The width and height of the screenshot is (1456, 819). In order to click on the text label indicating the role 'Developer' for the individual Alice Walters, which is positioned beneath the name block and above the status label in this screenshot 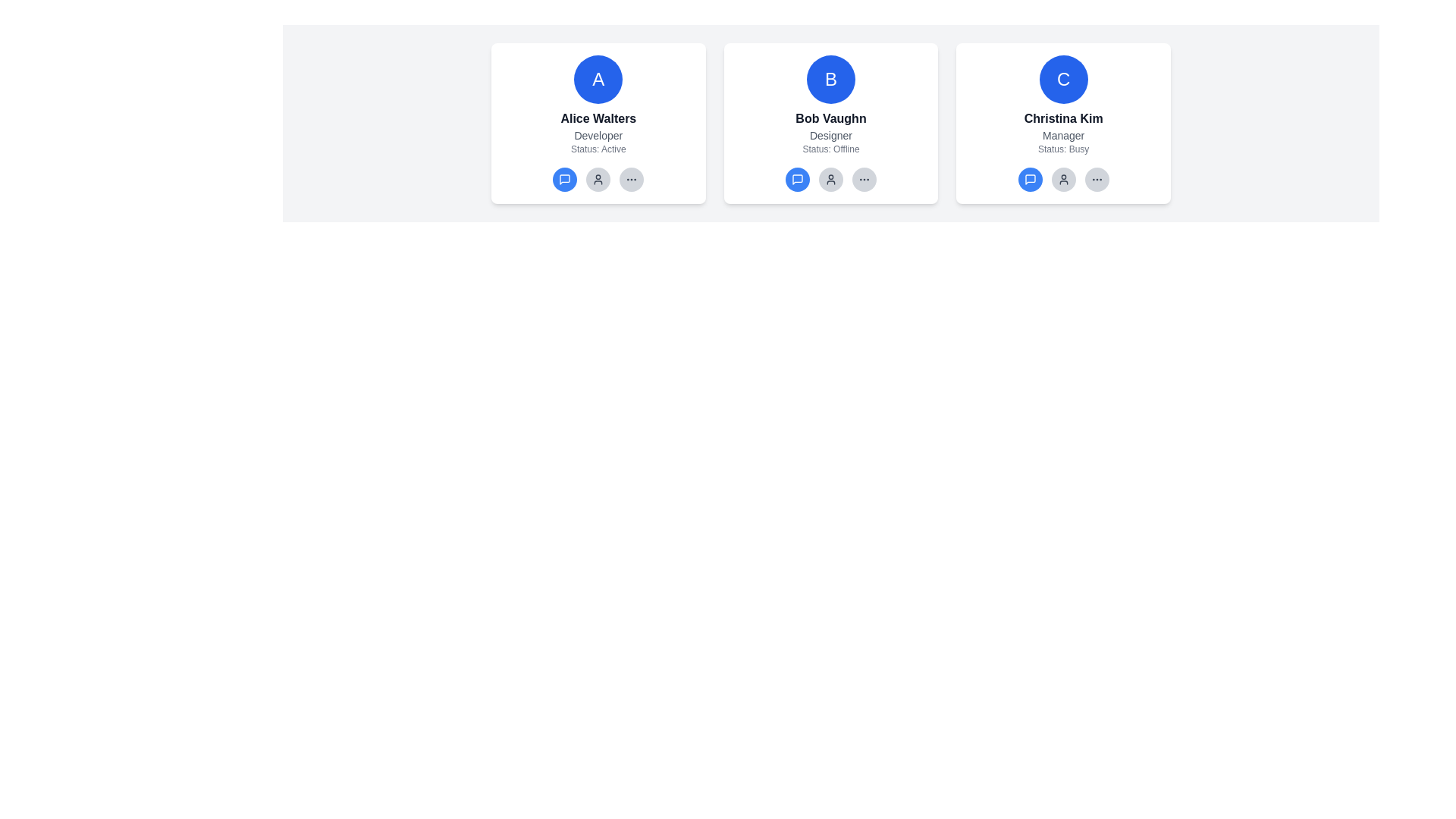, I will do `click(598, 134)`.